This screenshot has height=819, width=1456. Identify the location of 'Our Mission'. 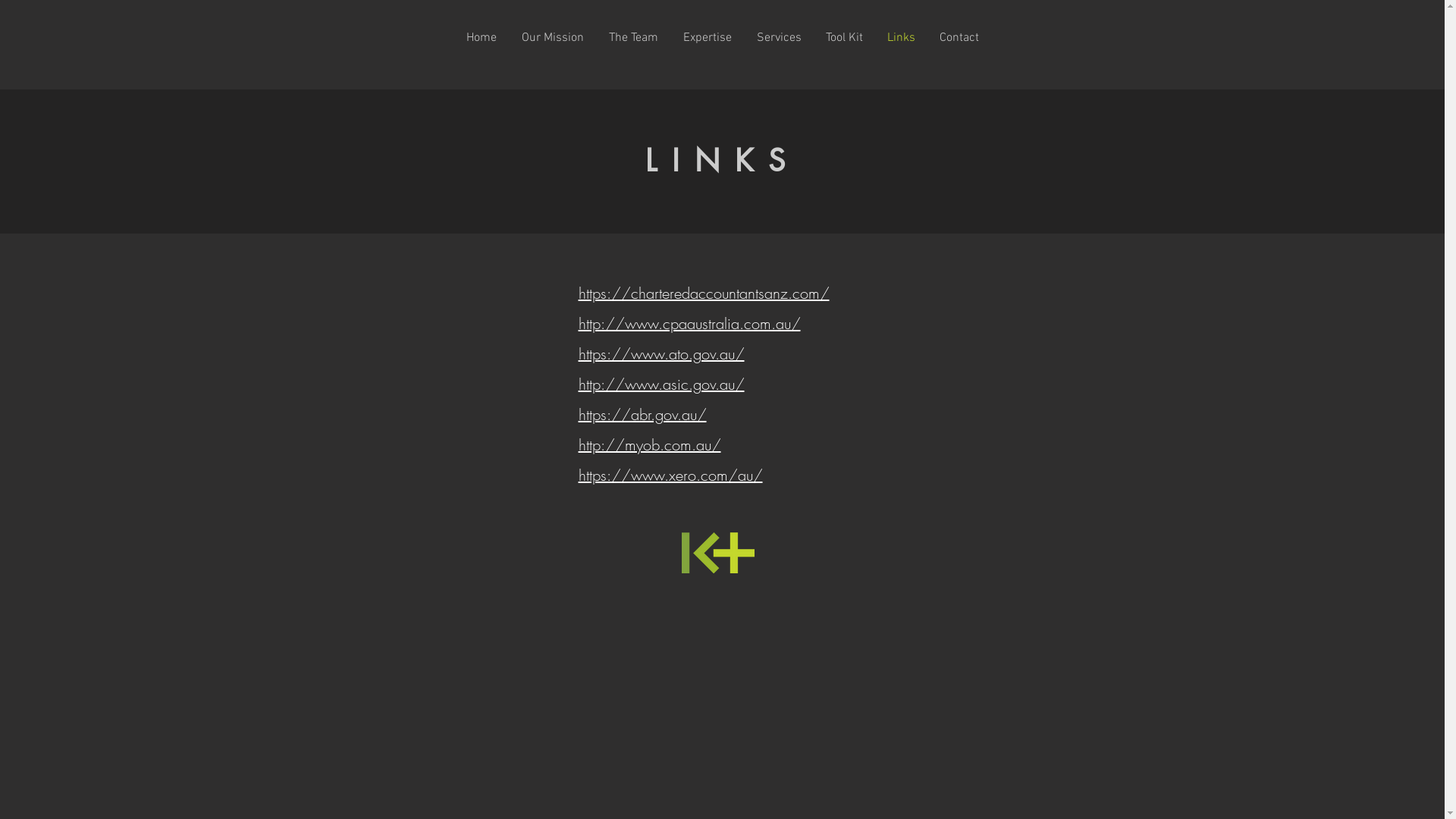
(552, 37).